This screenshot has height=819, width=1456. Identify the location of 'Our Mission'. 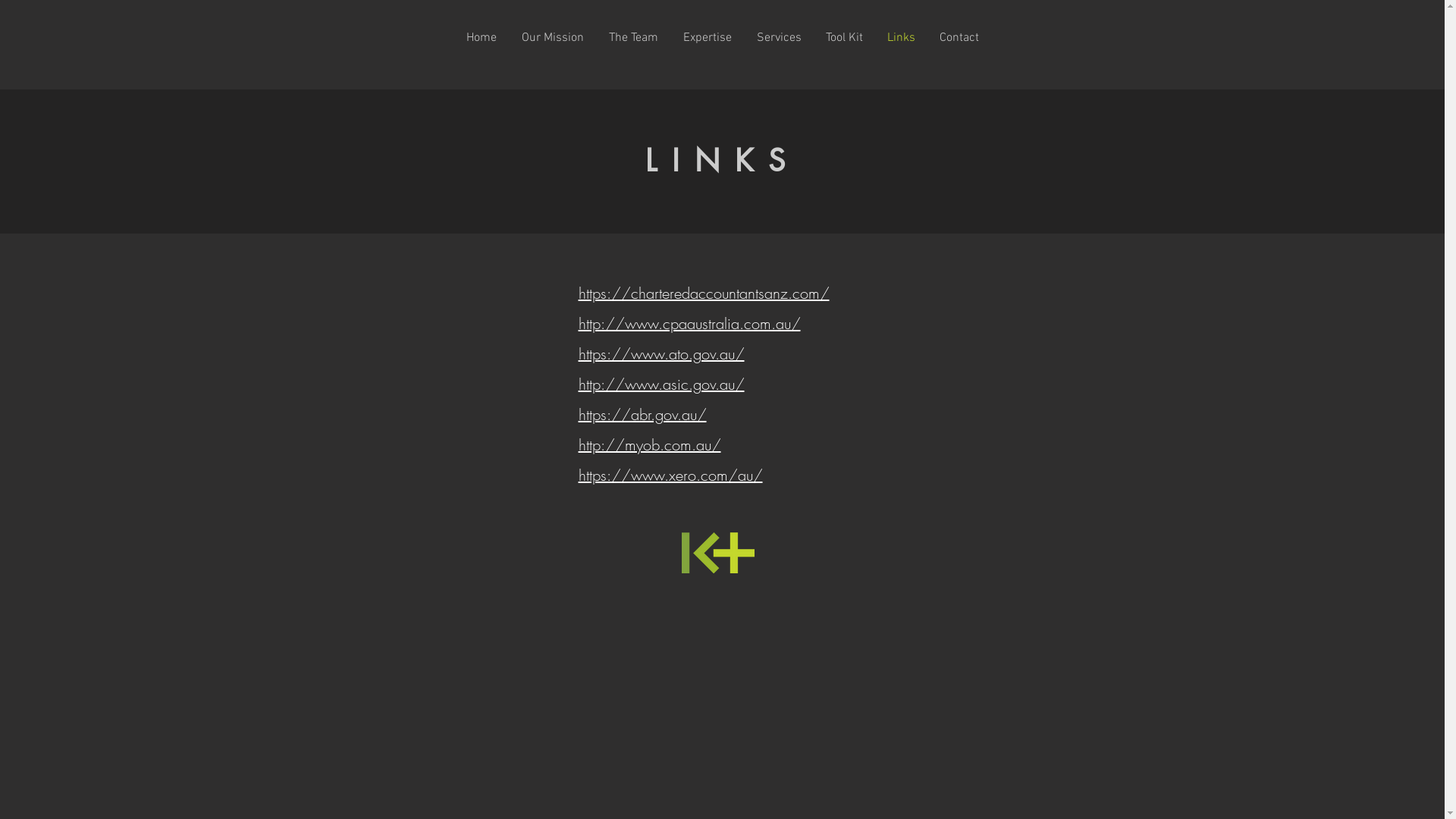
(552, 37).